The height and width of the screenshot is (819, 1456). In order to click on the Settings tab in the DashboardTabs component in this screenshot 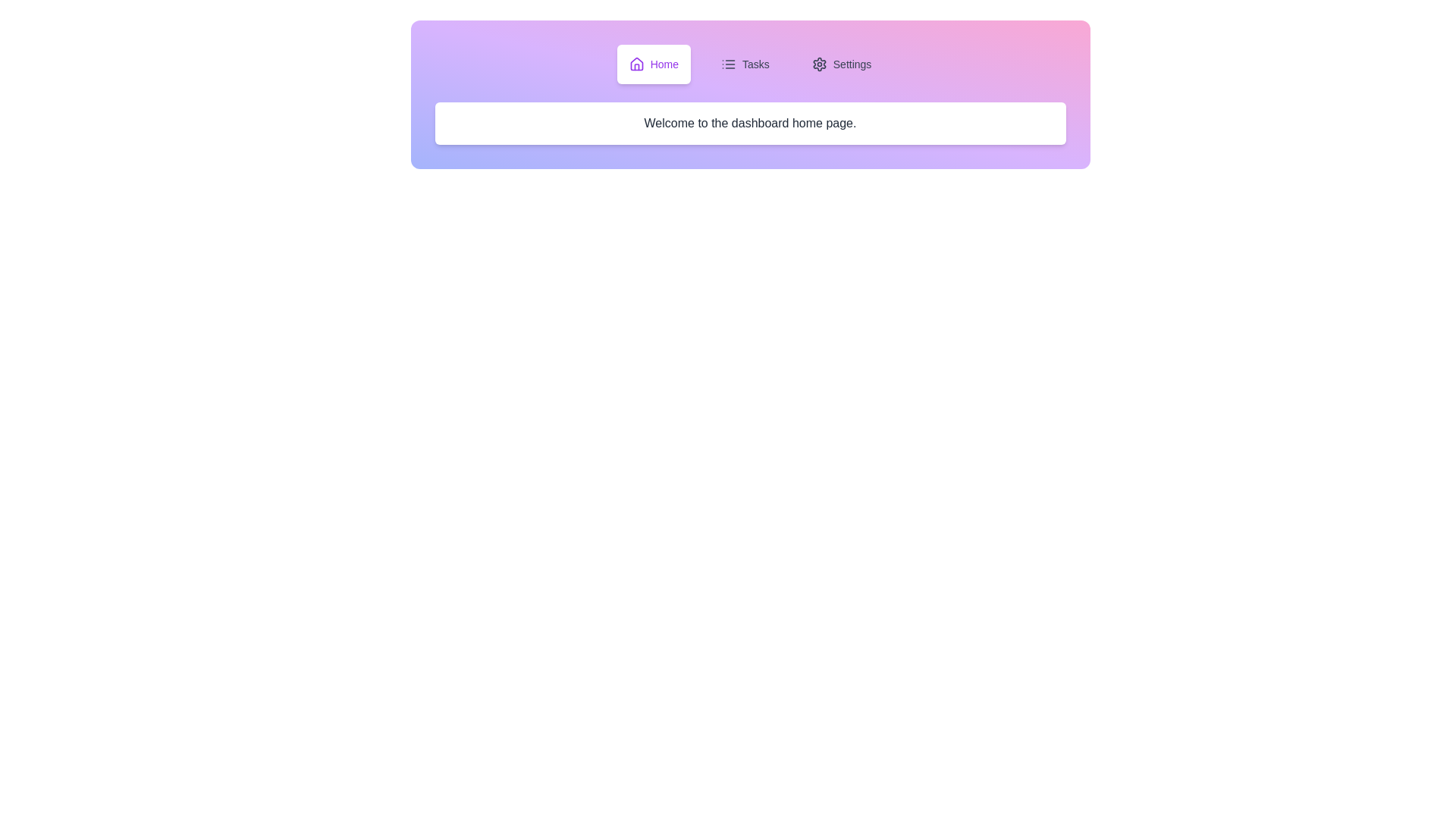, I will do `click(840, 63)`.